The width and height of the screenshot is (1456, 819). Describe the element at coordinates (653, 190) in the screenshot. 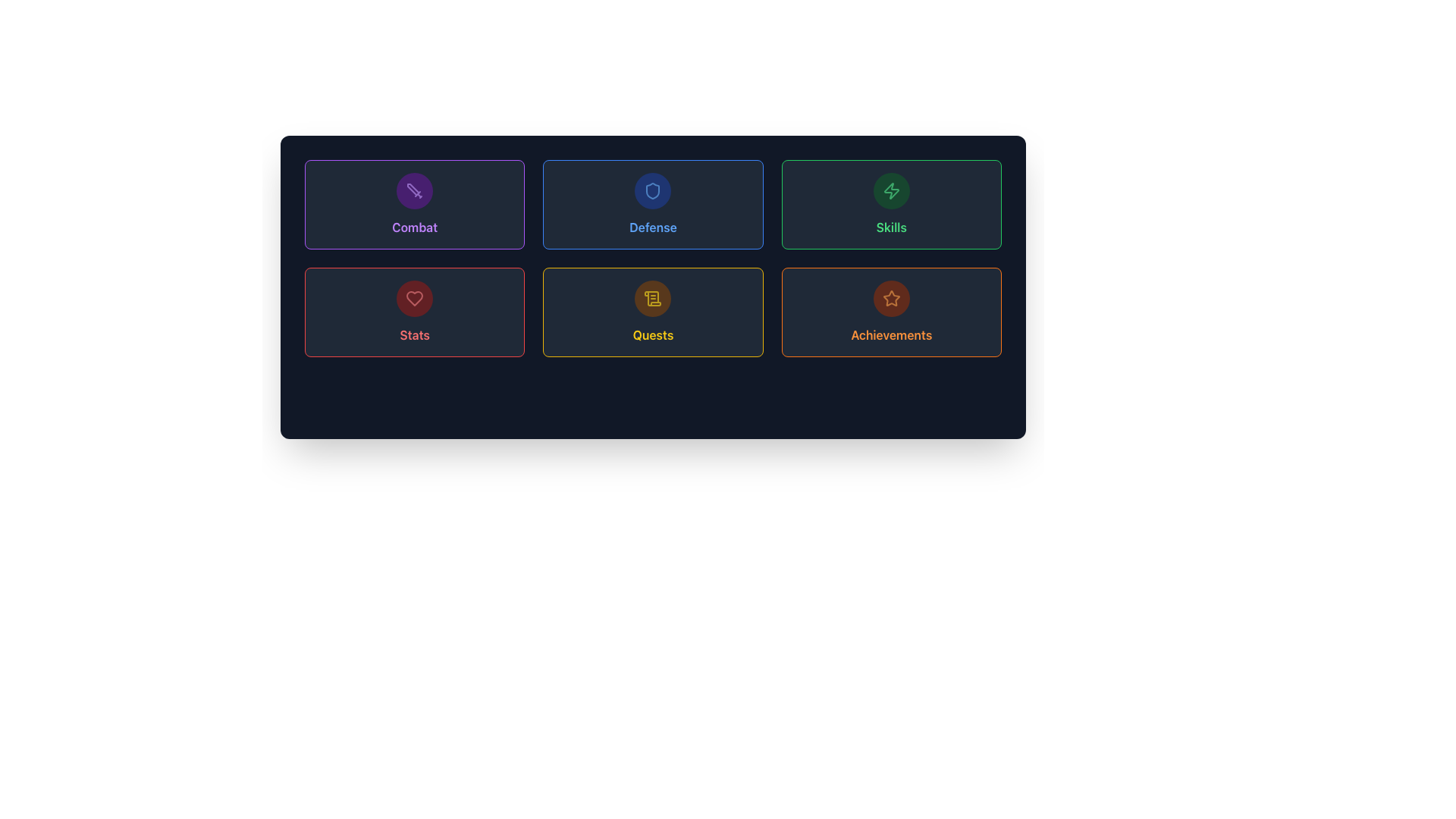

I see `the shield SVG icon, which is outlined with a blue stroke and located in the second cell of the top row labeled 'Defense'` at that location.